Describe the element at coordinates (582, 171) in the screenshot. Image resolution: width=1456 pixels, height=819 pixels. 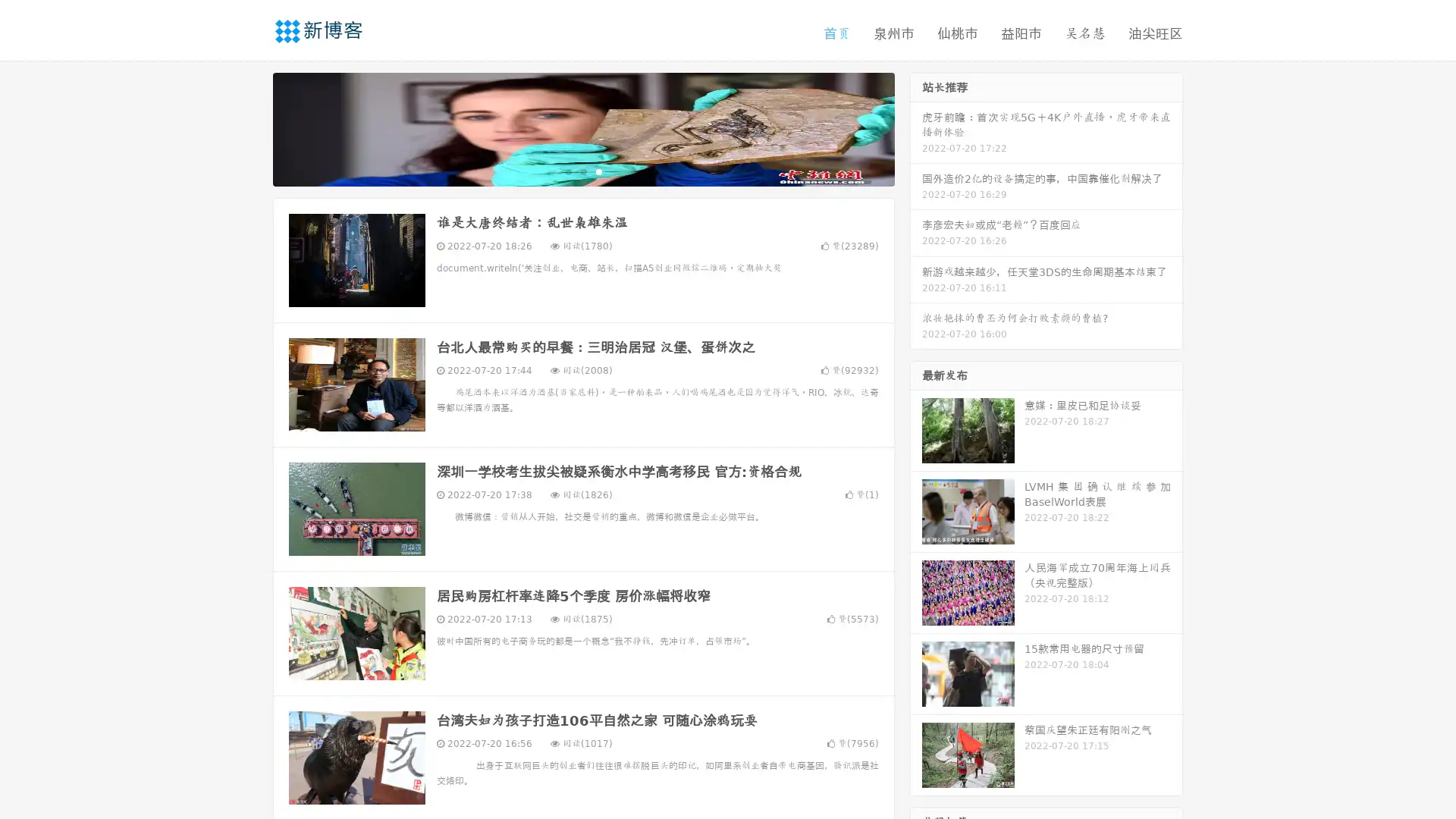
I see `Go to slide 2` at that location.